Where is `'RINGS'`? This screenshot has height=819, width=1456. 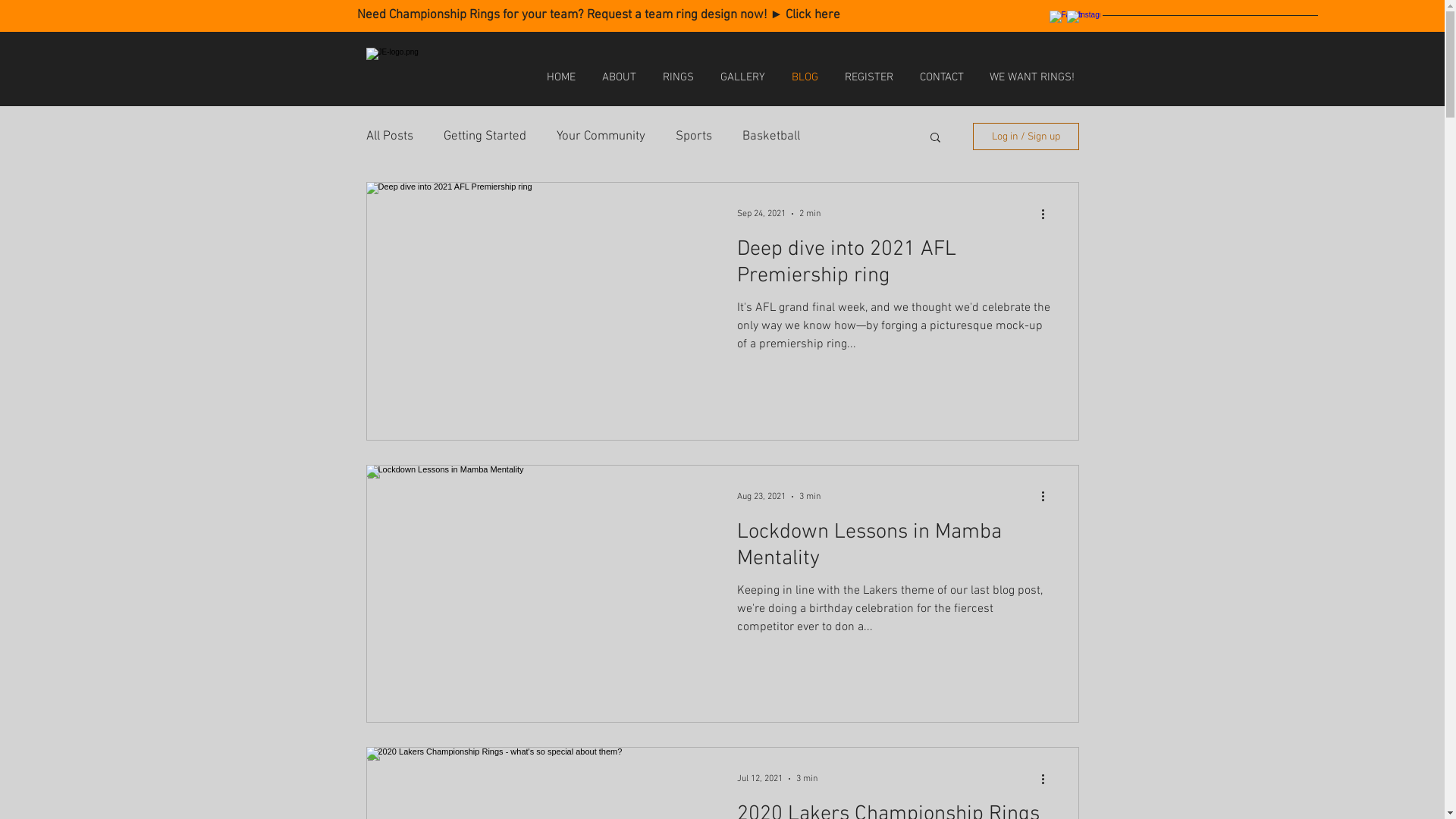
'RINGS' is located at coordinates (676, 77).